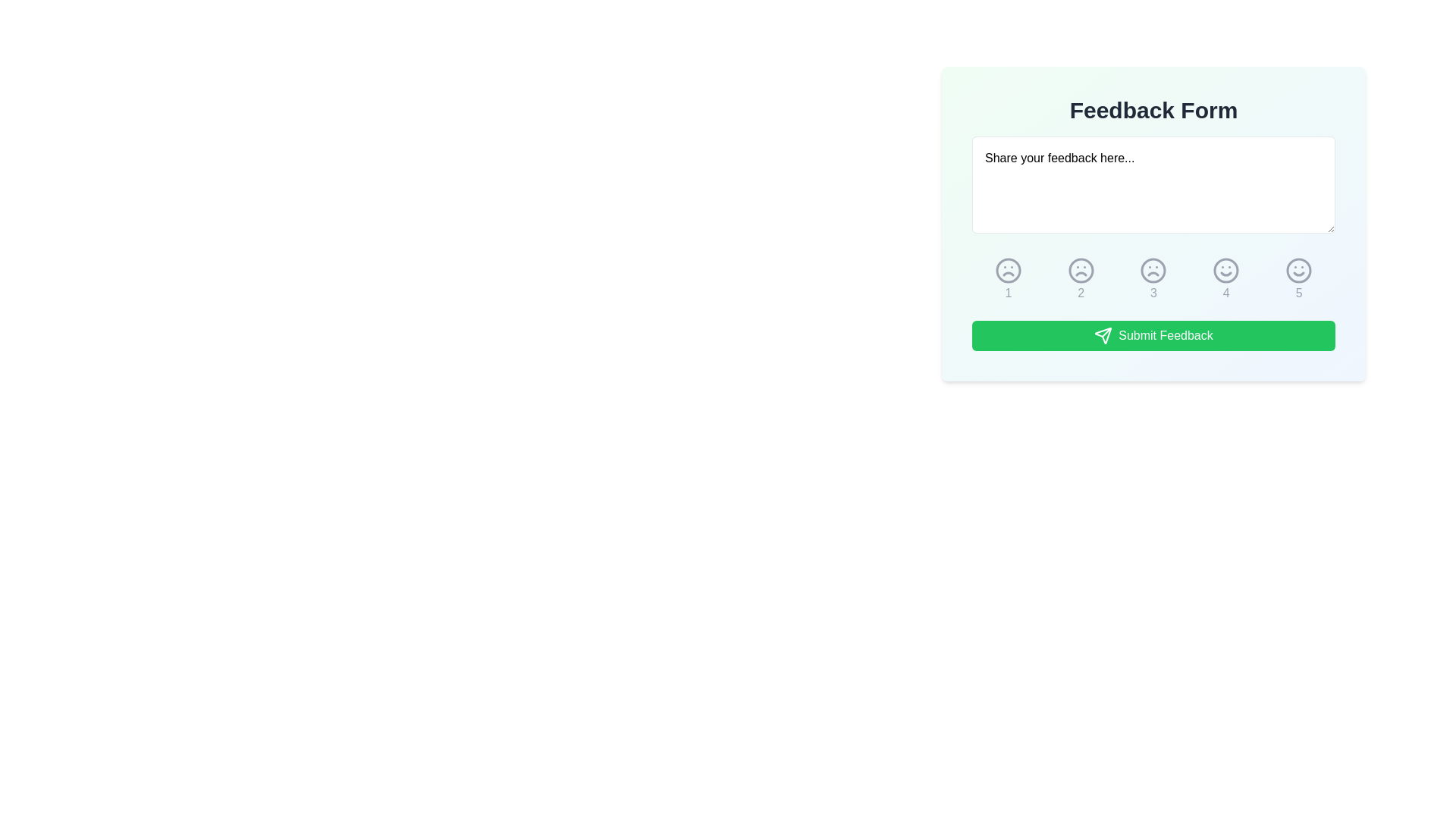  Describe the element at coordinates (1298, 280) in the screenshot. I see `the circular smiling face icon, which is the fifth icon in the feedback form` at that location.